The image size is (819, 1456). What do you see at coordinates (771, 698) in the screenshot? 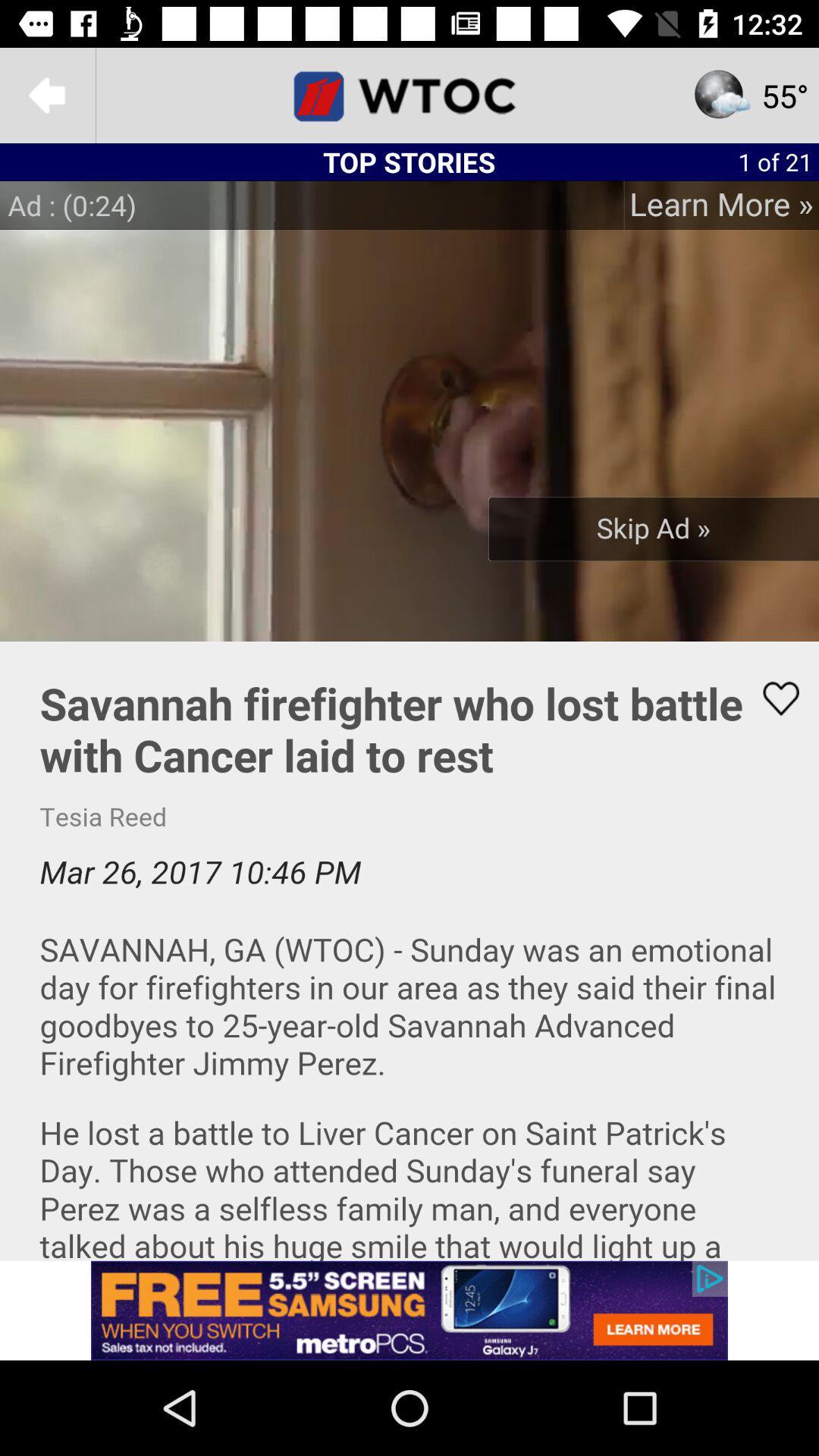
I see `favorite` at bounding box center [771, 698].